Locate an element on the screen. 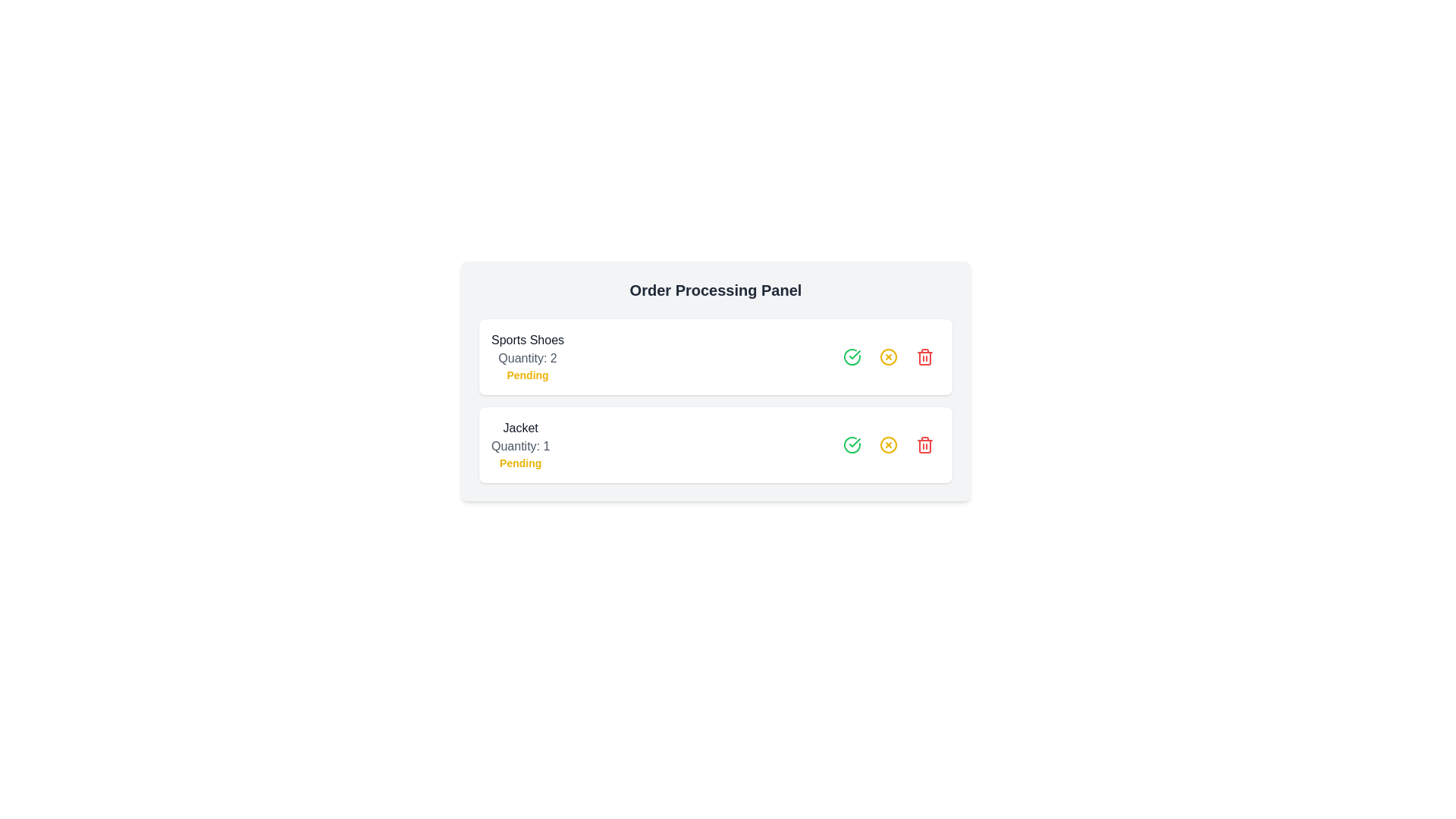 This screenshot has width=1456, height=819. the yellow 'reject' button with an 'X' mark located at the bottom-right corner of the 'Jacket' card is located at coordinates (888, 444).